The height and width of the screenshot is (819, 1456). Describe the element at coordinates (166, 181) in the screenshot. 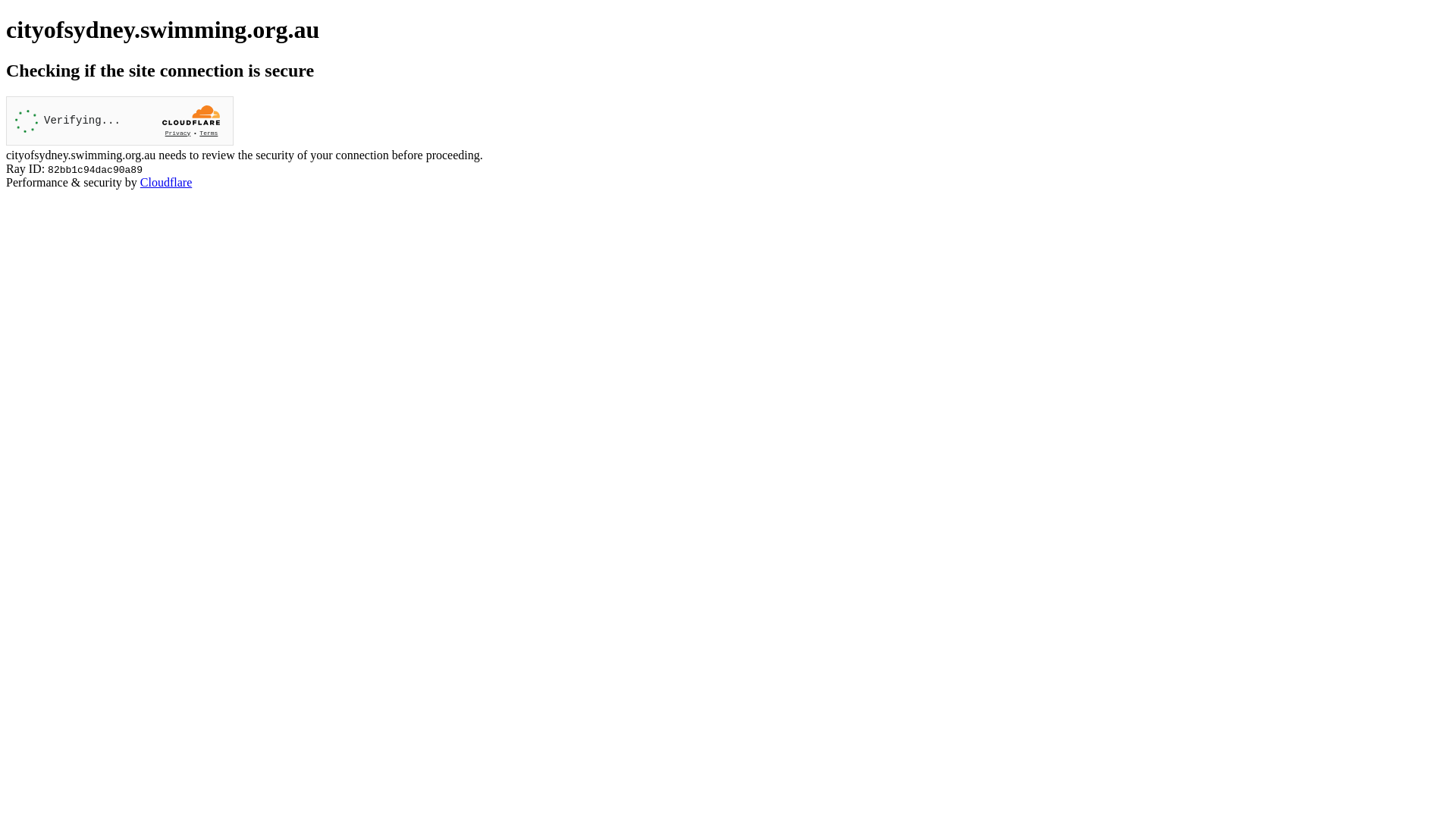

I see `'Cloudflare'` at that location.